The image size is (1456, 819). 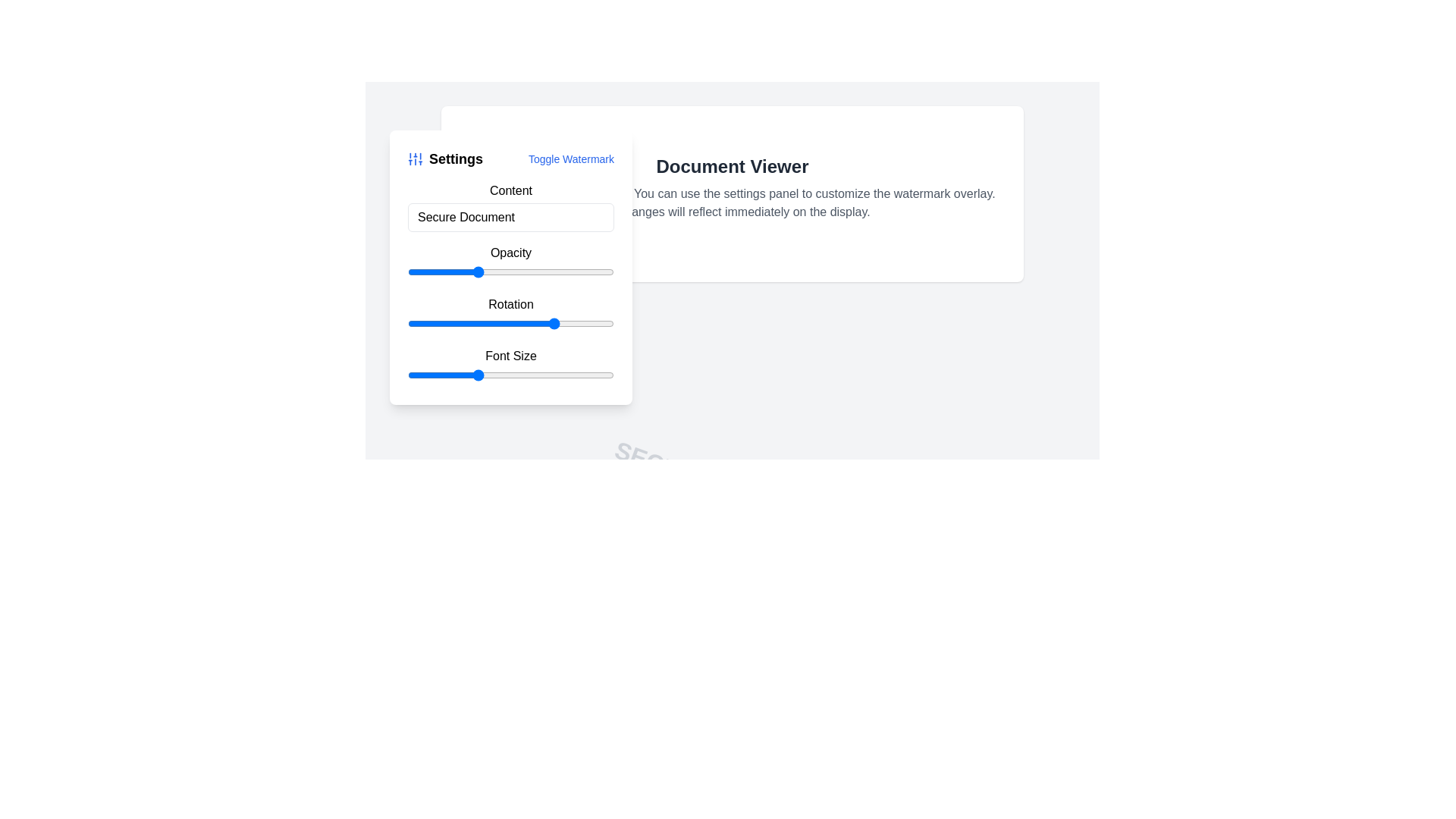 I want to click on the rotation value, so click(x=579, y=323).